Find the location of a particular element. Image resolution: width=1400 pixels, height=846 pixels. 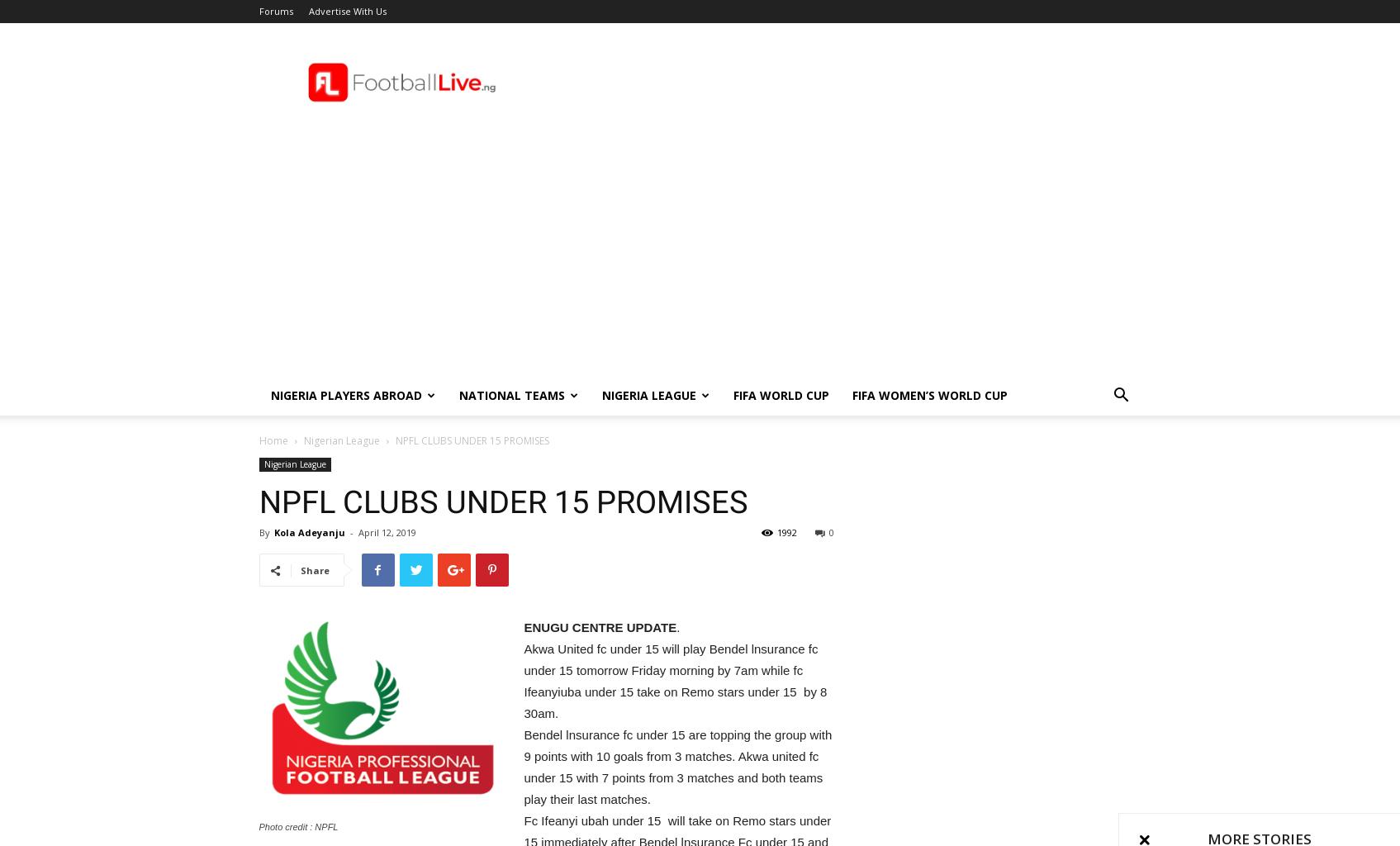

'ENUGU CENTRE UPDATE' is located at coordinates (599, 626).